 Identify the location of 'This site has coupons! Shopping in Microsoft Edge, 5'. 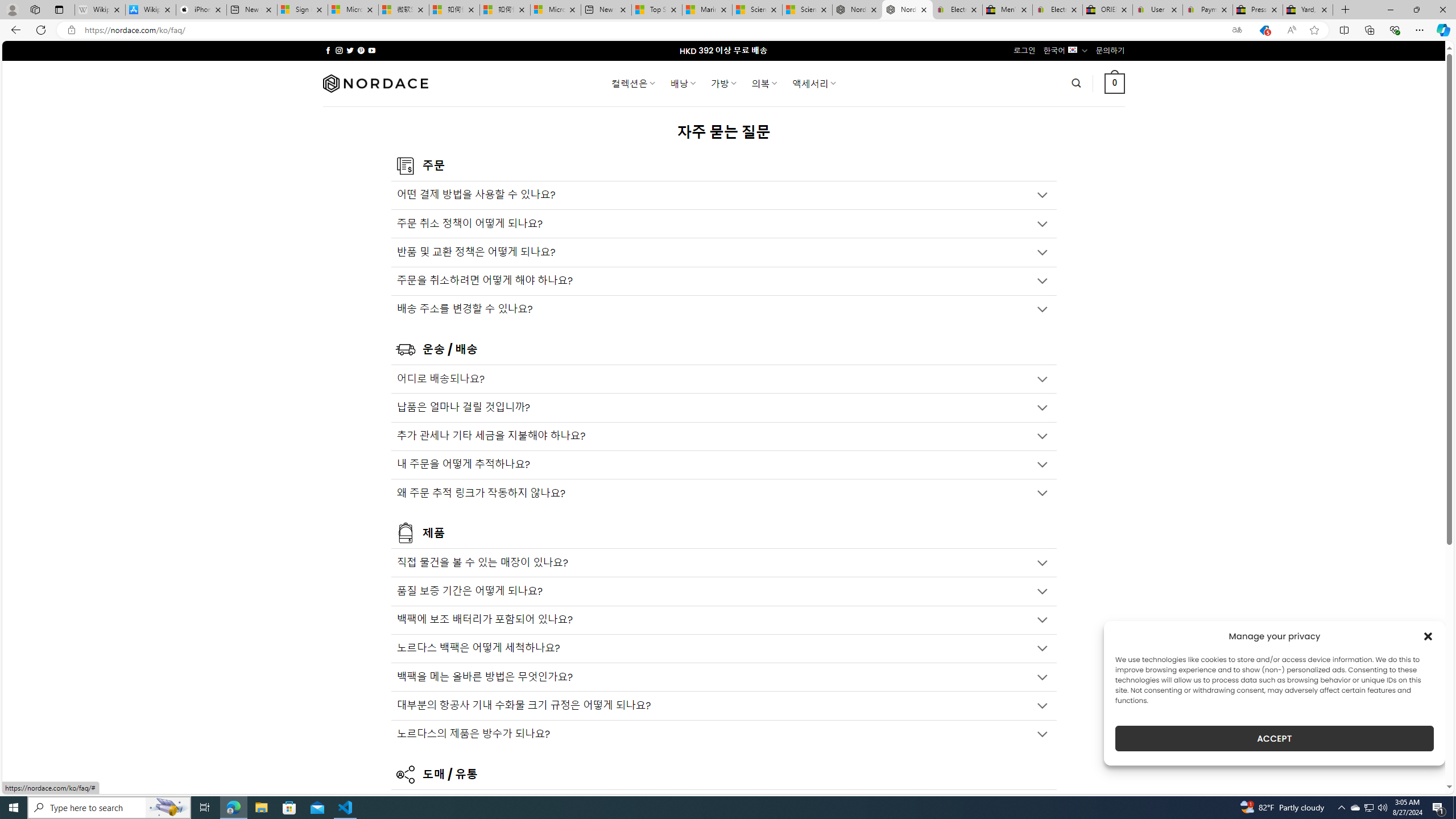
(1263, 30).